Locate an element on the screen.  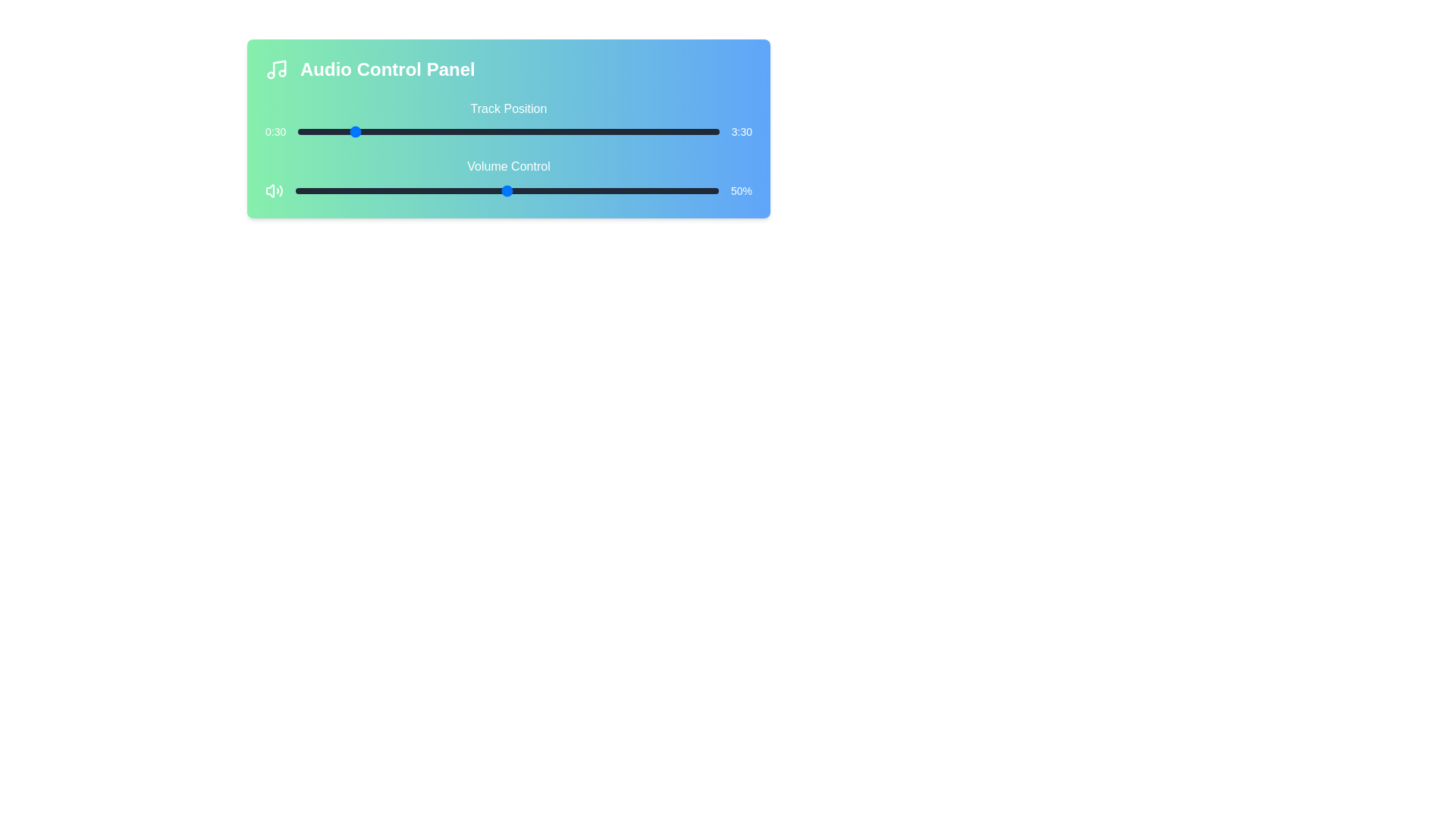
the volume level to 50% is located at coordinates (507, 190).